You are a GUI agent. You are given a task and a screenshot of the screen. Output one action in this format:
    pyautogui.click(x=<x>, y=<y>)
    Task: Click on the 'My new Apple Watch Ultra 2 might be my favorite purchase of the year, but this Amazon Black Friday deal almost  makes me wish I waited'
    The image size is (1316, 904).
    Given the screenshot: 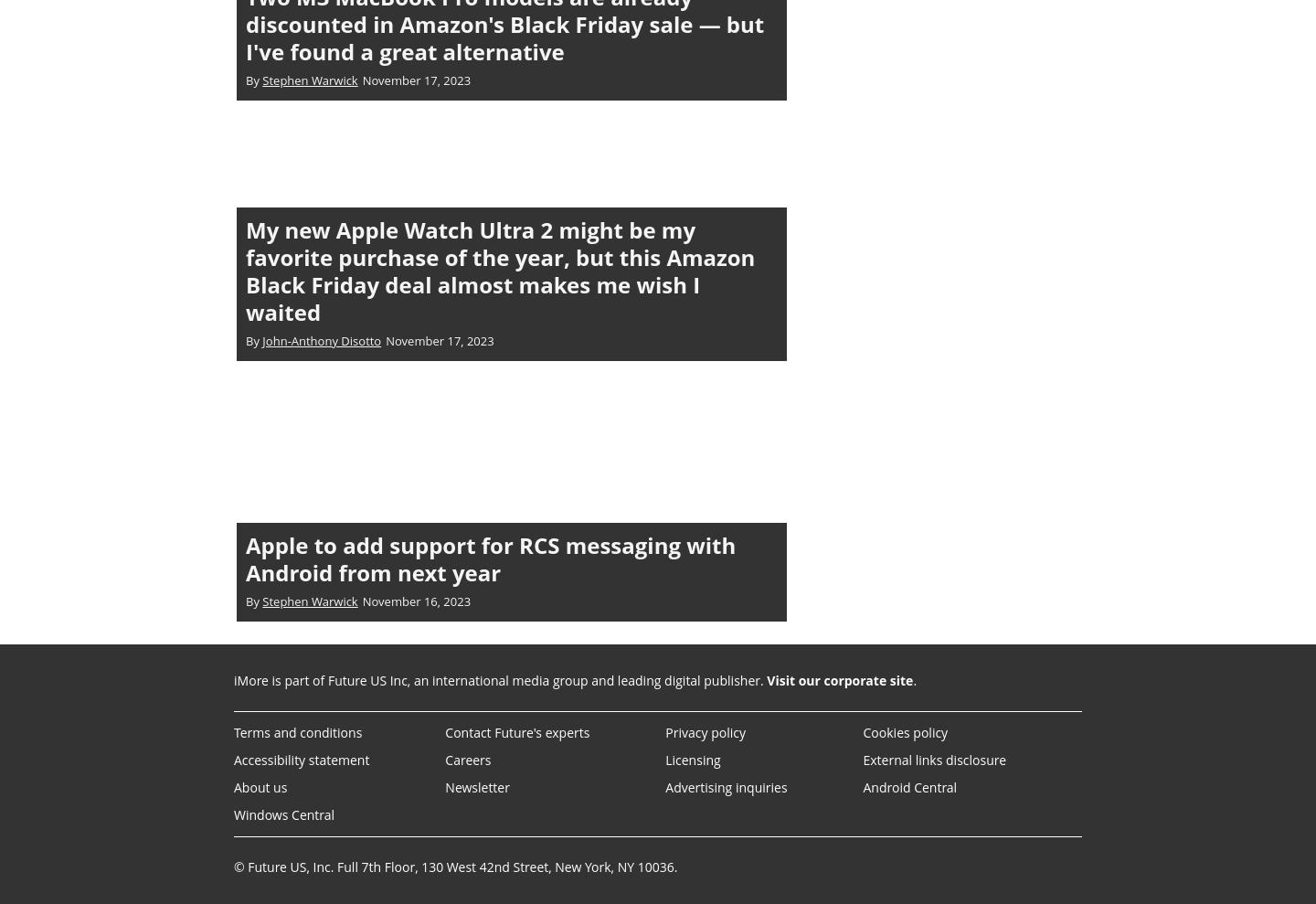 What is the action you would take?
    pyautogui.click(x=500, y=270)
    